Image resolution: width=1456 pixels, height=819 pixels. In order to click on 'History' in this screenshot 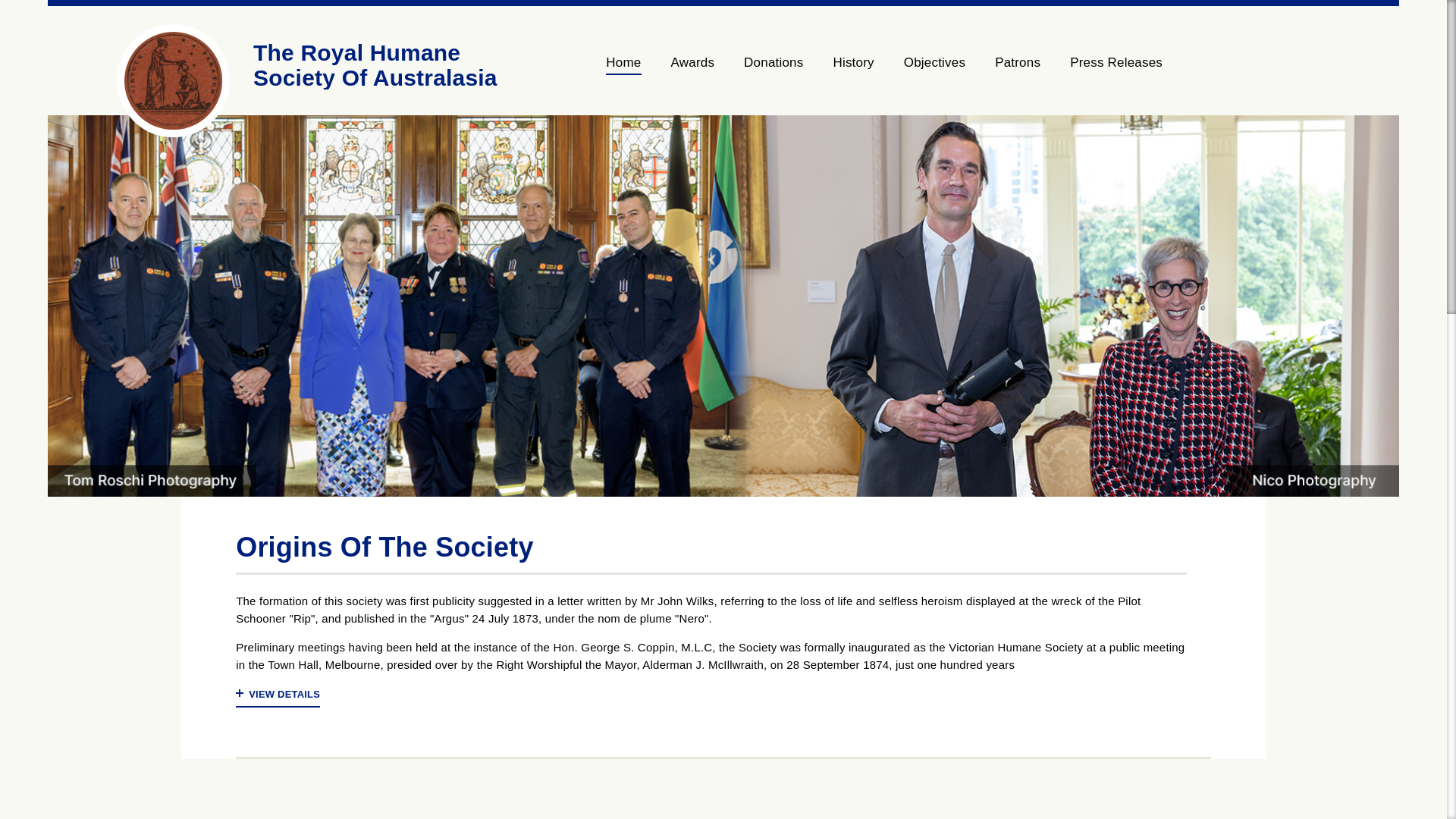, I will do `click(817, 69)`.